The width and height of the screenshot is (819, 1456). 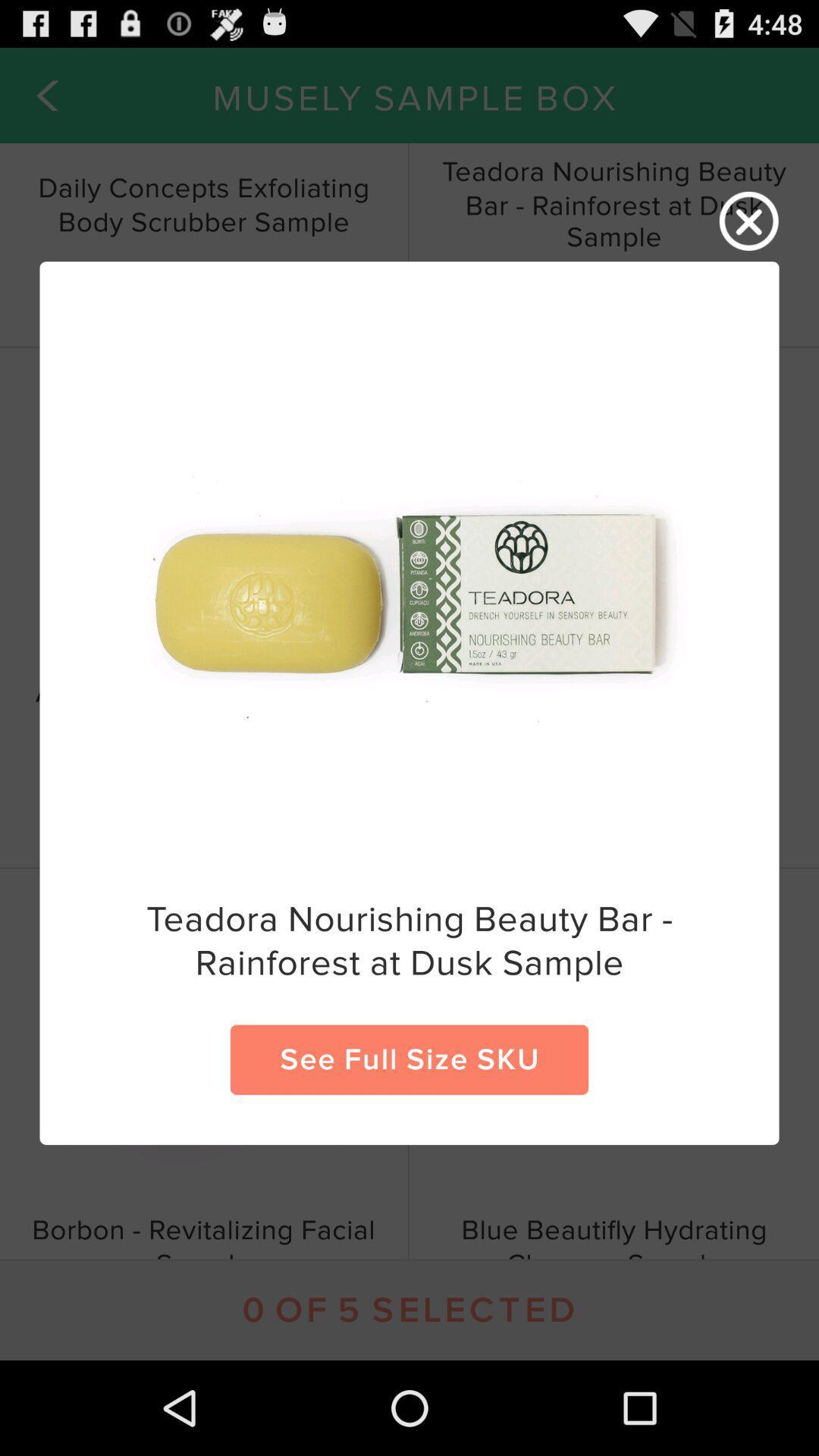 What do you see at coordinates (409, 1059) in the screenshot?
I see `icon at the bottom` at bounding box center [409, 1059].